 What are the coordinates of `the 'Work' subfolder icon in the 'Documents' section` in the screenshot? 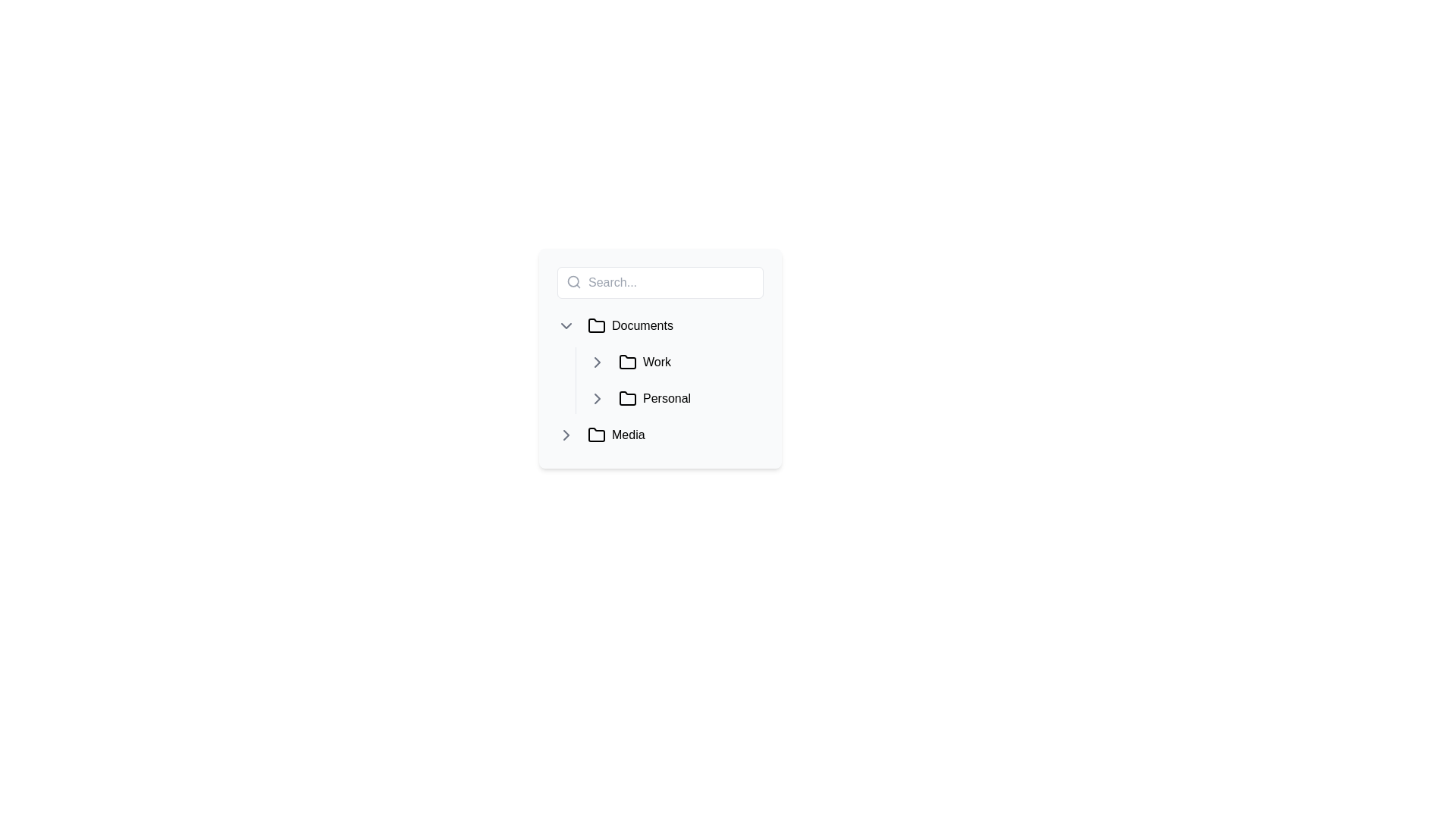 It's located at (628, 362).